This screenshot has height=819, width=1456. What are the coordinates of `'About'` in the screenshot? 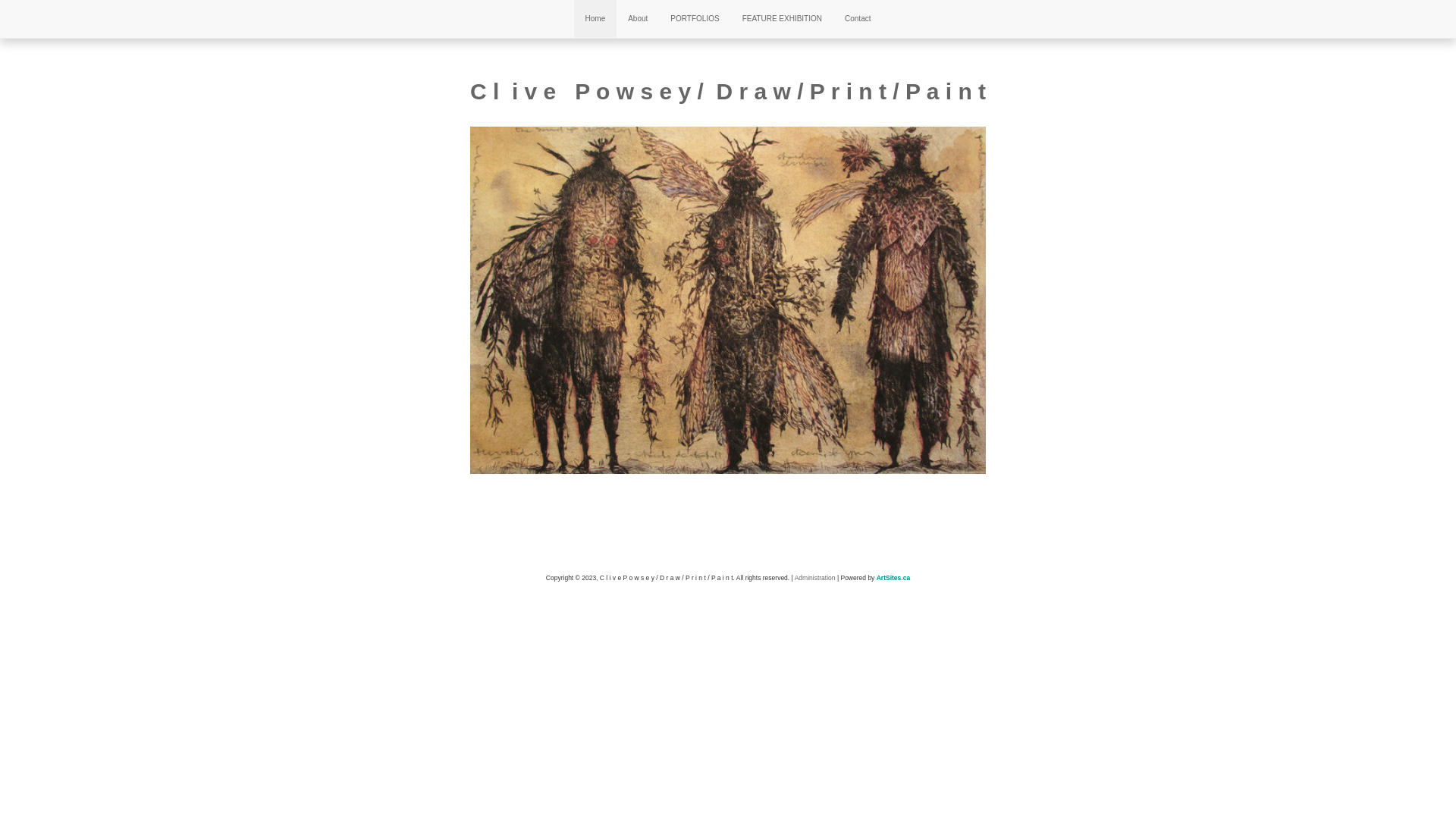 It's located at (637, 18).